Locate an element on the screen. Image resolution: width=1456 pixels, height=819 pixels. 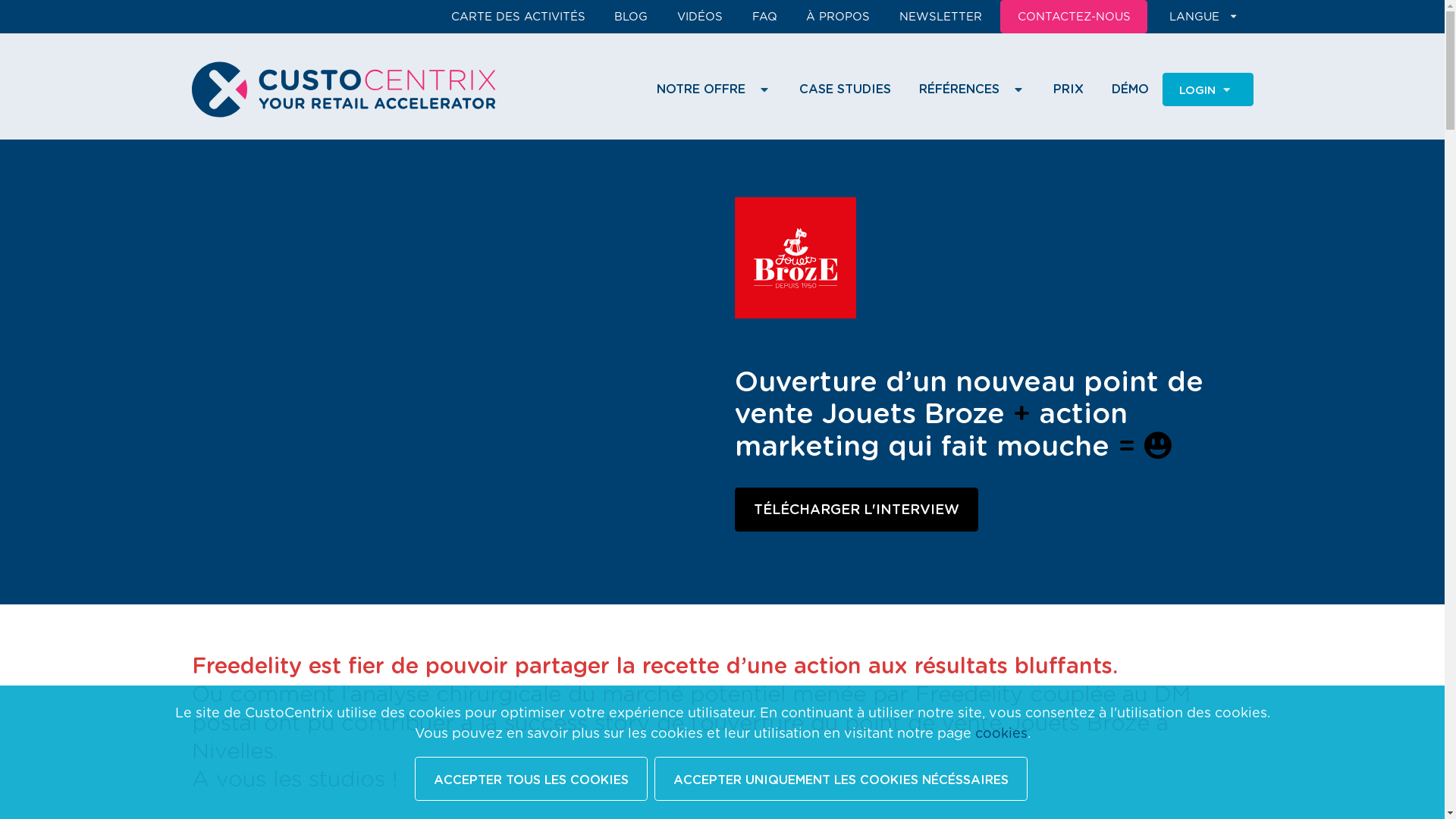
'FAQ' is located at coordinates (742, 17).